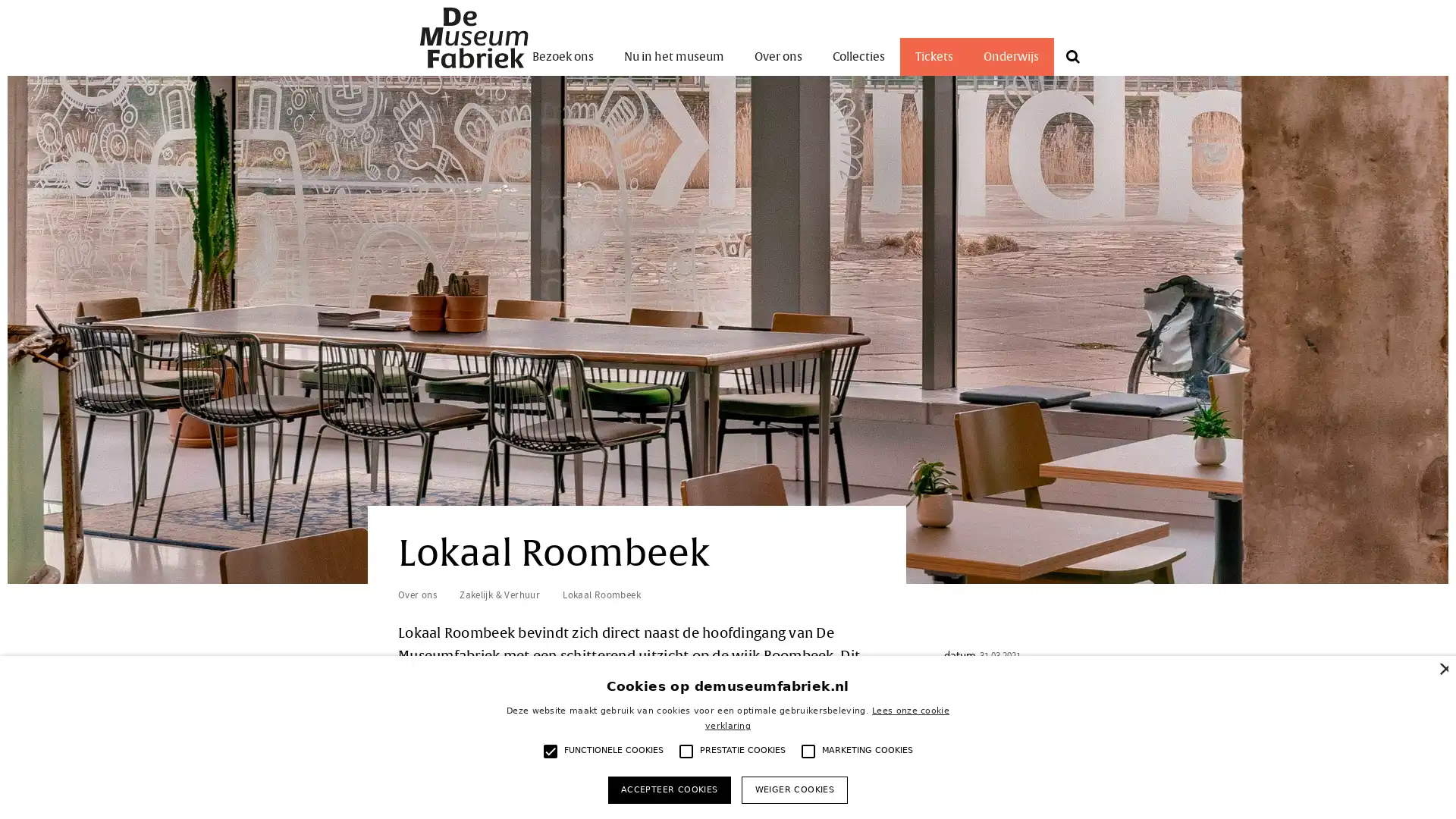 The height and width of the screenshot is (819, 1456). Describe the element at coordinates (793, 789) in the screenshot. I see `WEIGER COOKIES` at that location.